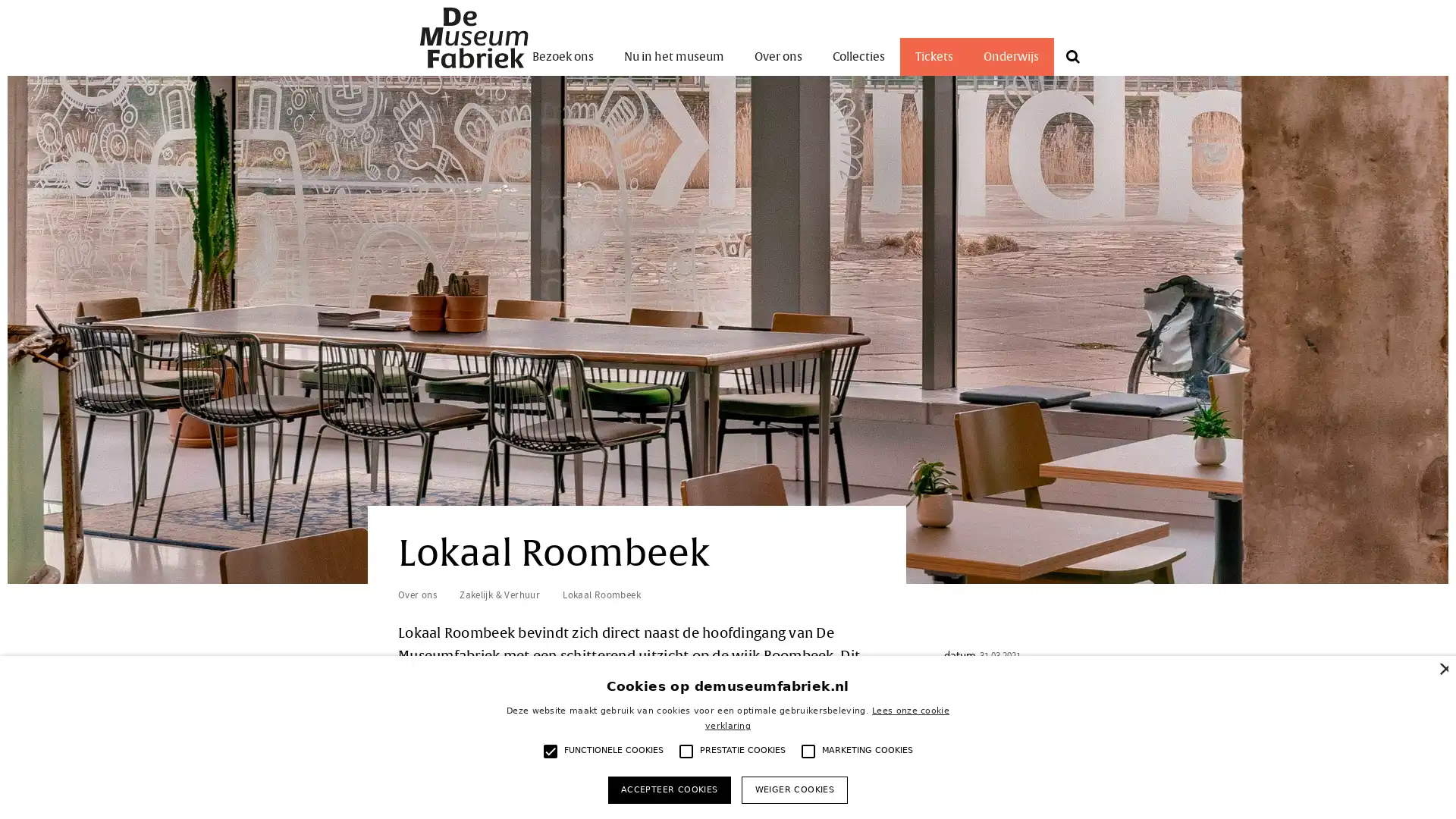 The height and width of the screenshot is (819, 1456). Describe the element at coordinates (793, 789) in the screenshot. I see `WEIGER COOKIES` at that location.